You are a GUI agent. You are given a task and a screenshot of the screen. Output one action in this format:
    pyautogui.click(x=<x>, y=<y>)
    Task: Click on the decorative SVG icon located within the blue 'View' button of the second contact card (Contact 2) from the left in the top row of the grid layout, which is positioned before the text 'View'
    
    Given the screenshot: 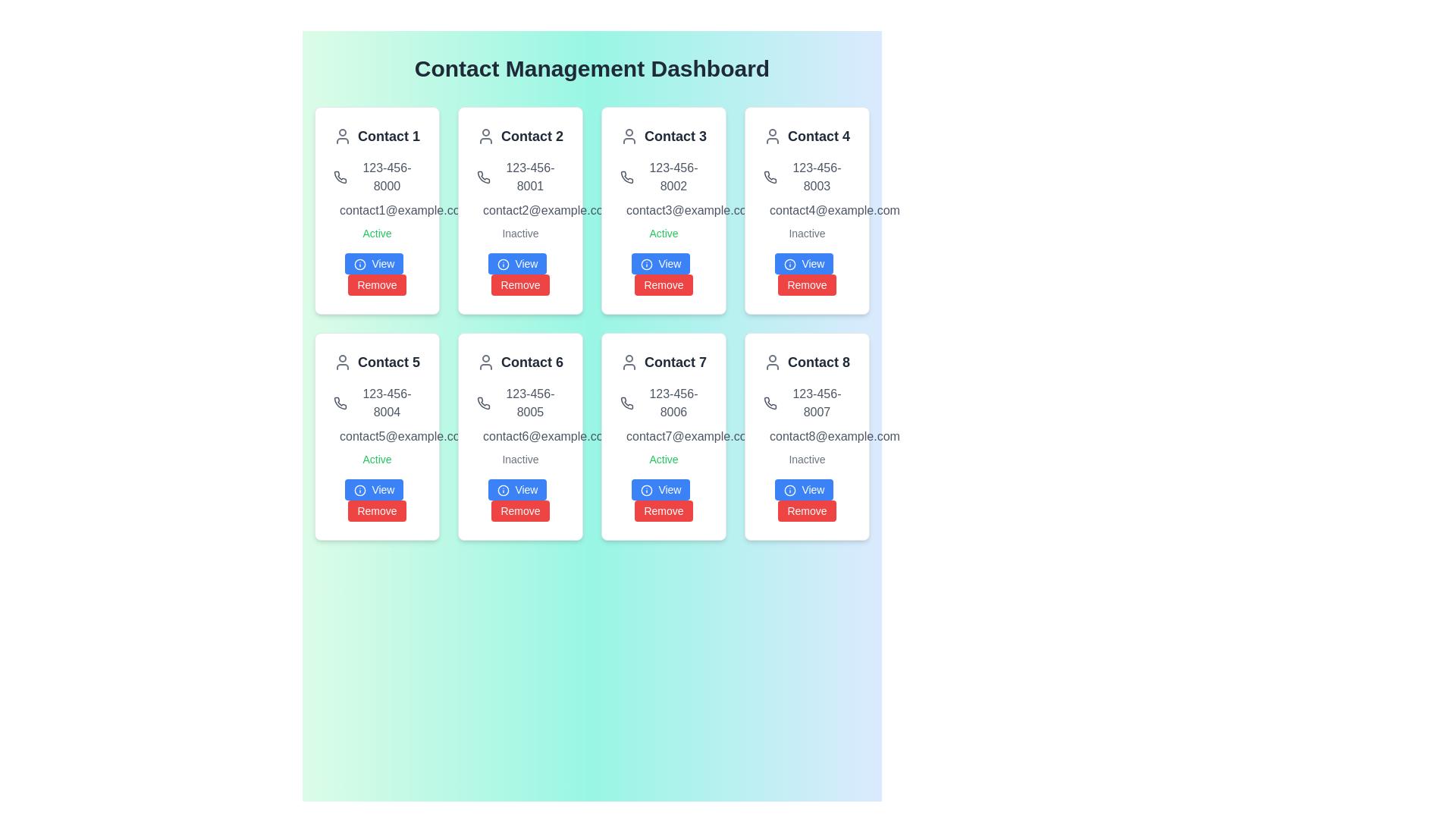 What is the action you would take?
    pyautogui.click(x=503, y=264)
    